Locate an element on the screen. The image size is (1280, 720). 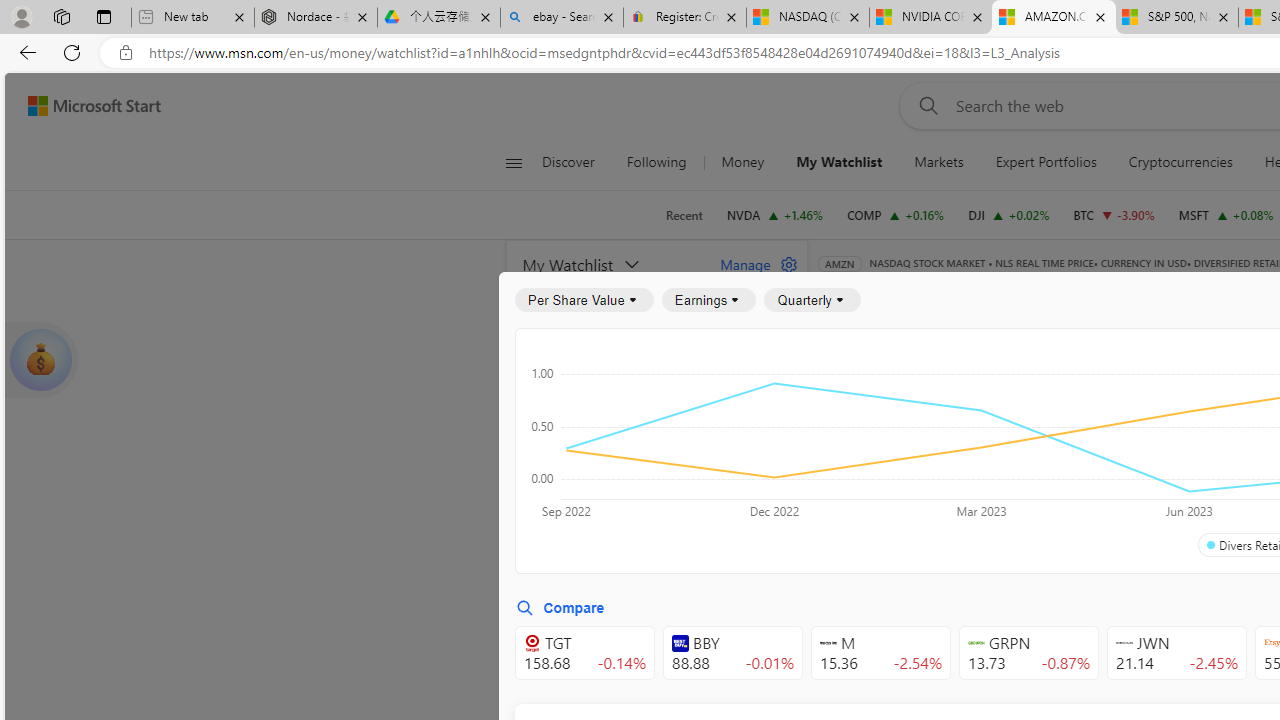
'Money' is located at coordinates (742, 162).